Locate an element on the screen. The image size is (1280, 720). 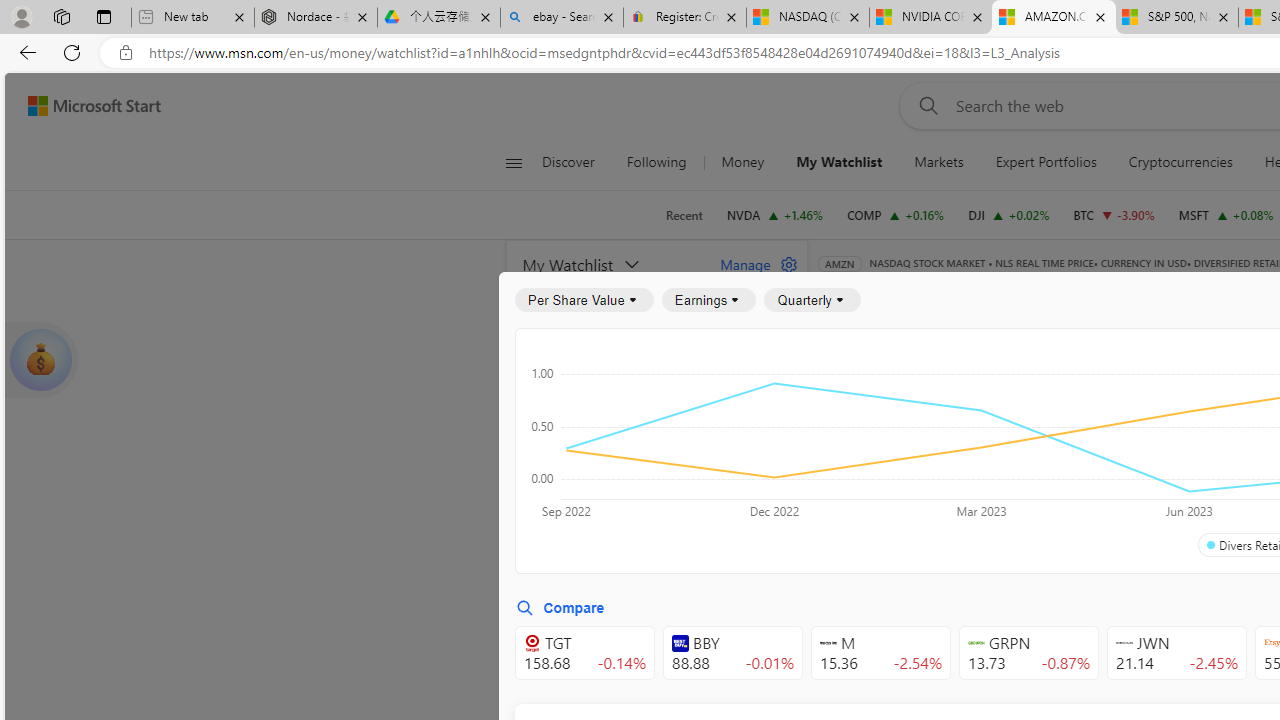
'Money' is located at coordinates (742, 162).